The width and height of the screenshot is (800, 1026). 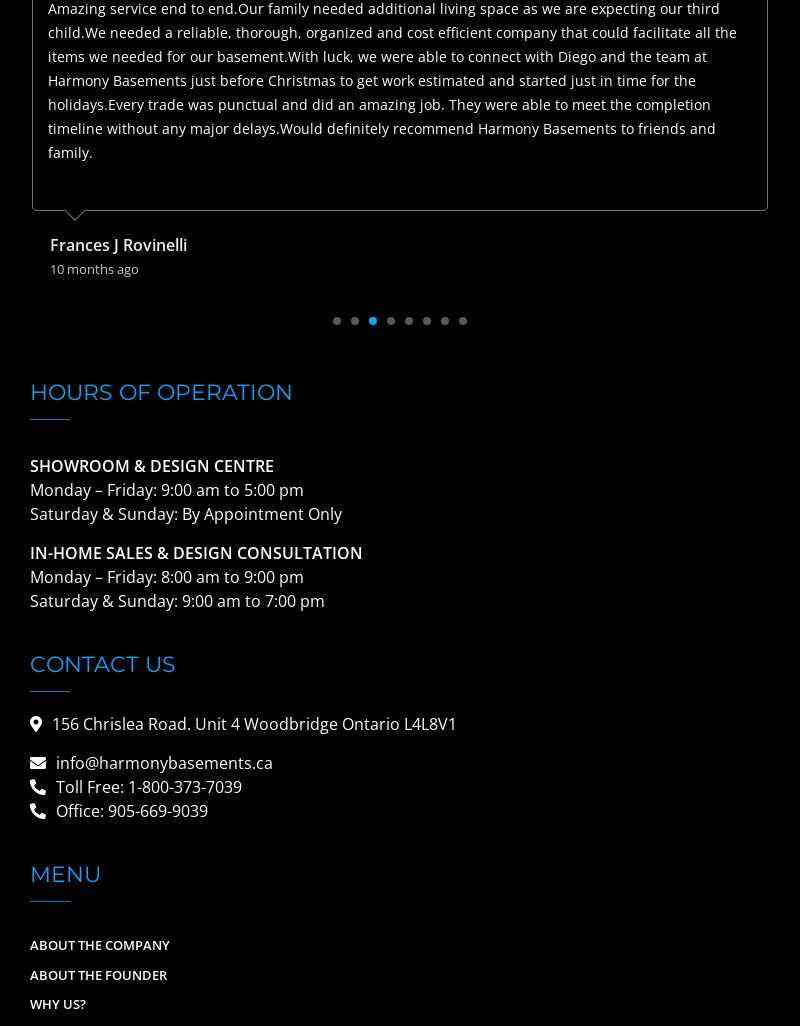 What do you see at coordinates (109, 245) in the screenshot?
I see `'Robert McGann'` at bounding box center [109, 245].